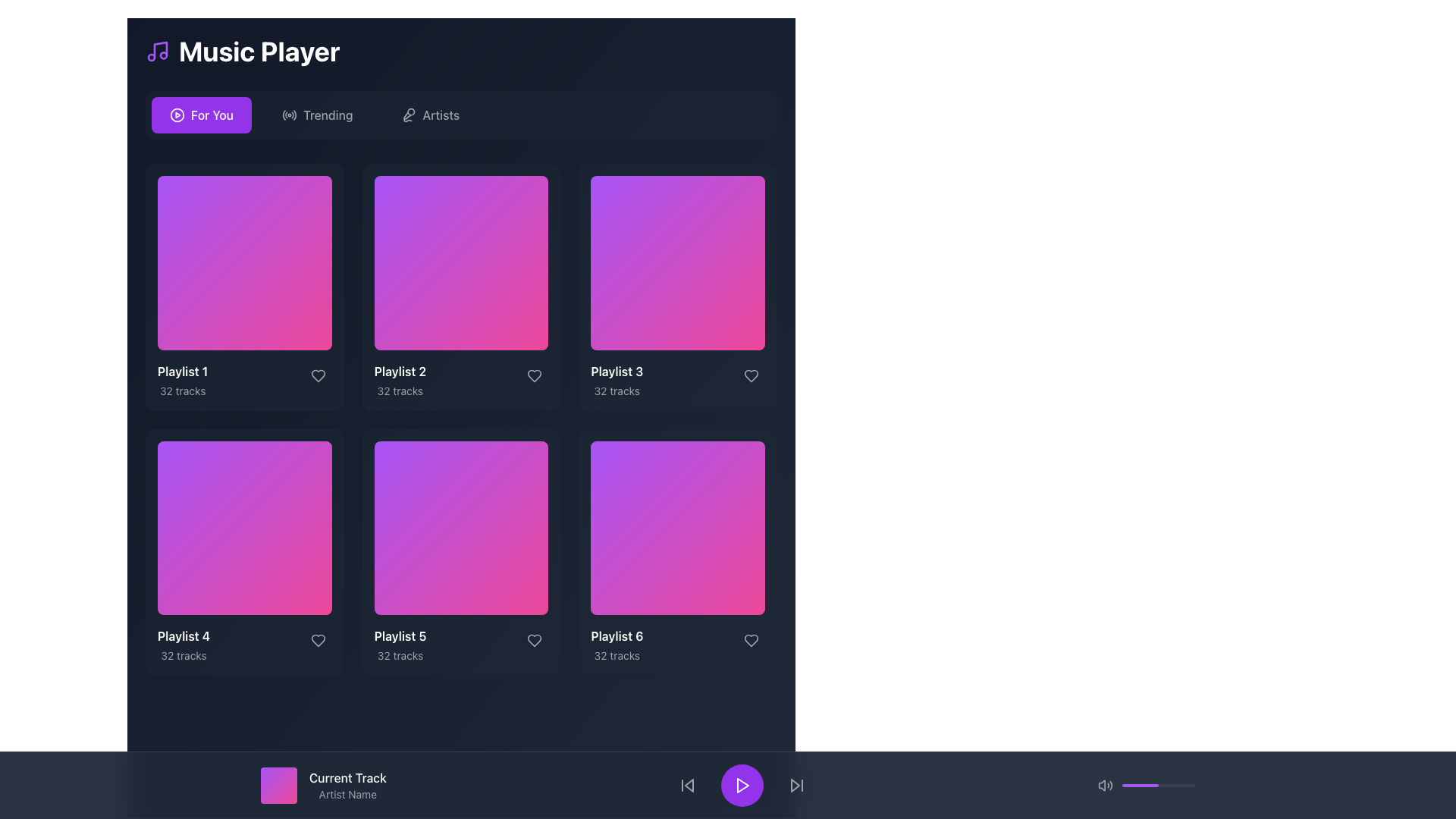 Image resolution: width=1456 pixels, height=819 pixels. What do you see at coordinates (211, 114) in the screenshot?
I see `the 'For You' label which is styled with medium font weight and positioned inside a purple button at the top-left corner of the interface` at bounding box center [211, 114].